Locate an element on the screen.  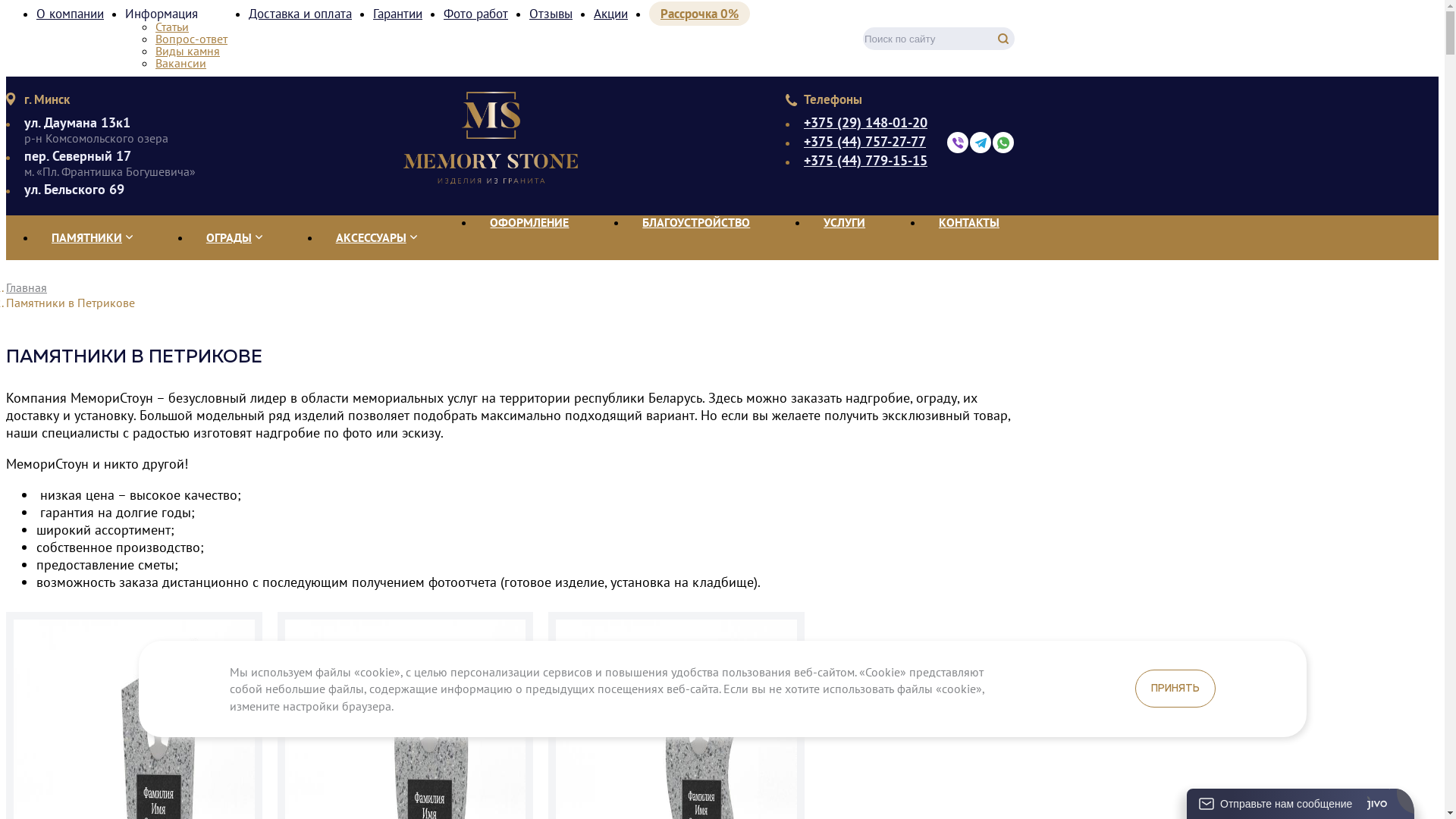
'+375 (44) 757-27-77' is located at coordinates (865, 141).